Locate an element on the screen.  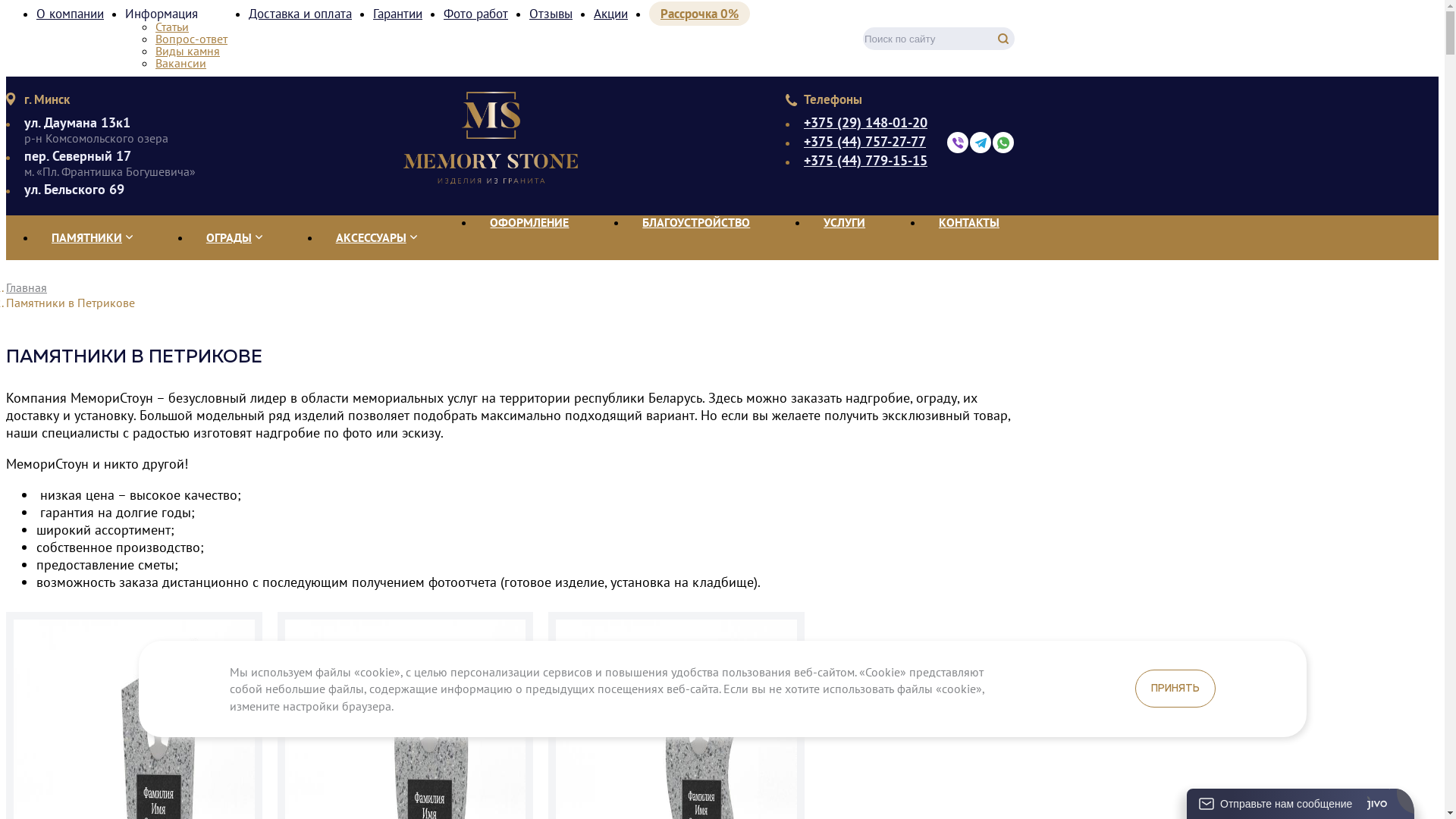
'+375 (44) 757-27-77' is located at coordinates (865, 141).